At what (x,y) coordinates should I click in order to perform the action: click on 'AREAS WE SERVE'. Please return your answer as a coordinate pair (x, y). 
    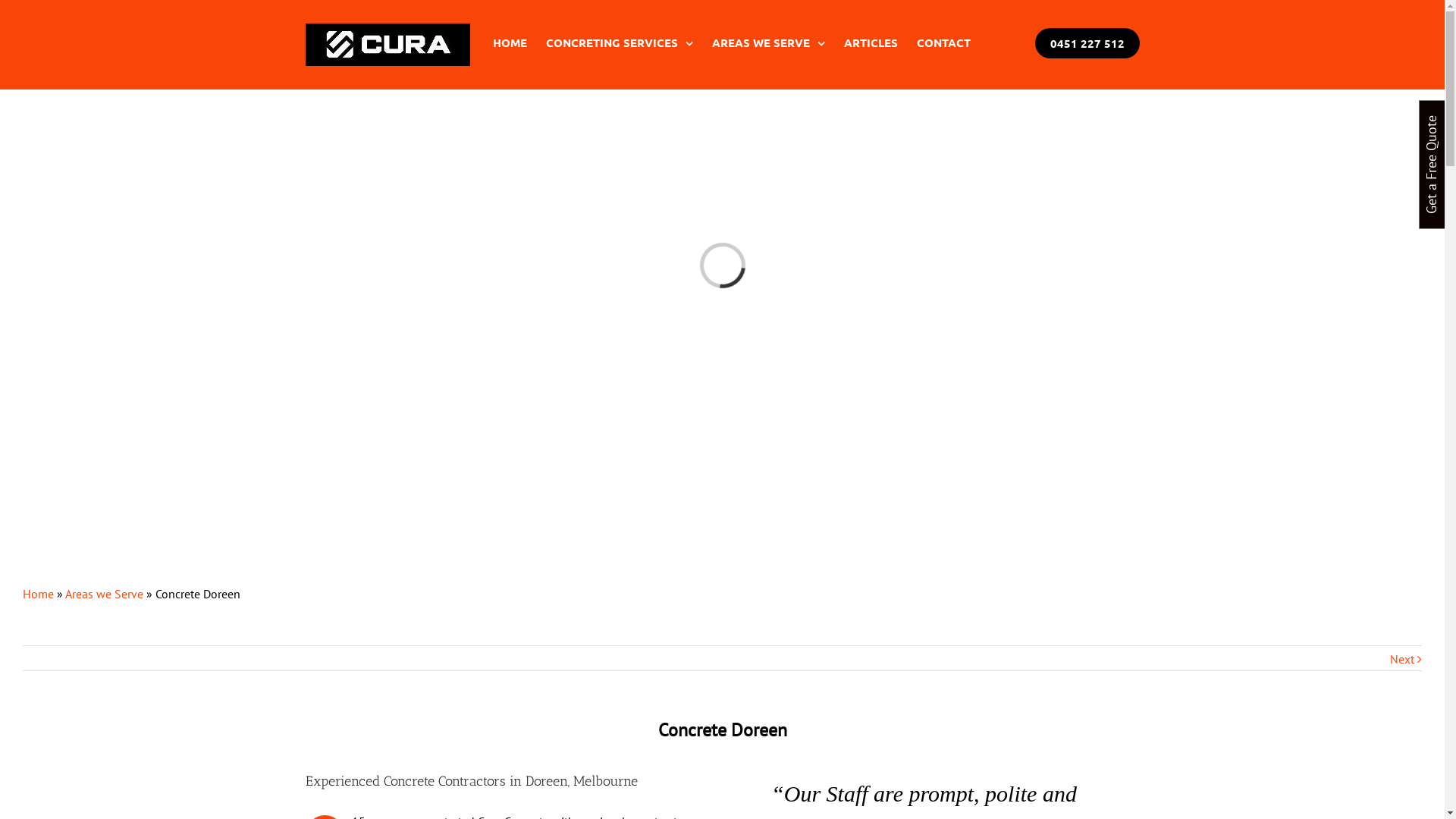
    Looking at the image, I should click on (710, 42).